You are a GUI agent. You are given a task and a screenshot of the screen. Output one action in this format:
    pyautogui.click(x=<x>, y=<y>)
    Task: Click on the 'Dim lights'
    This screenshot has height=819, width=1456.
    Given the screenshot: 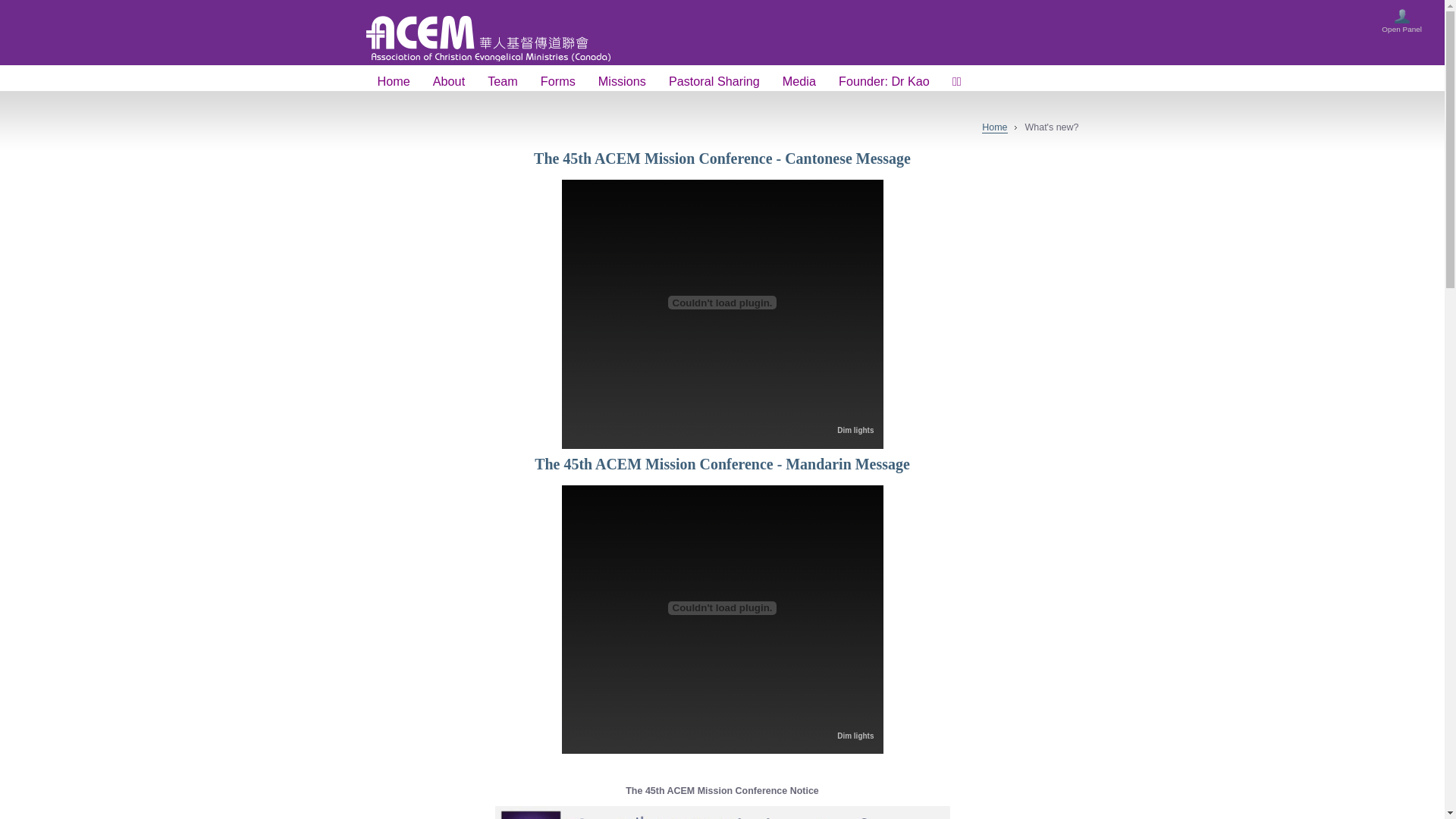 What is the action you would take?
    pyautogui.click(x=855, y=430)
    